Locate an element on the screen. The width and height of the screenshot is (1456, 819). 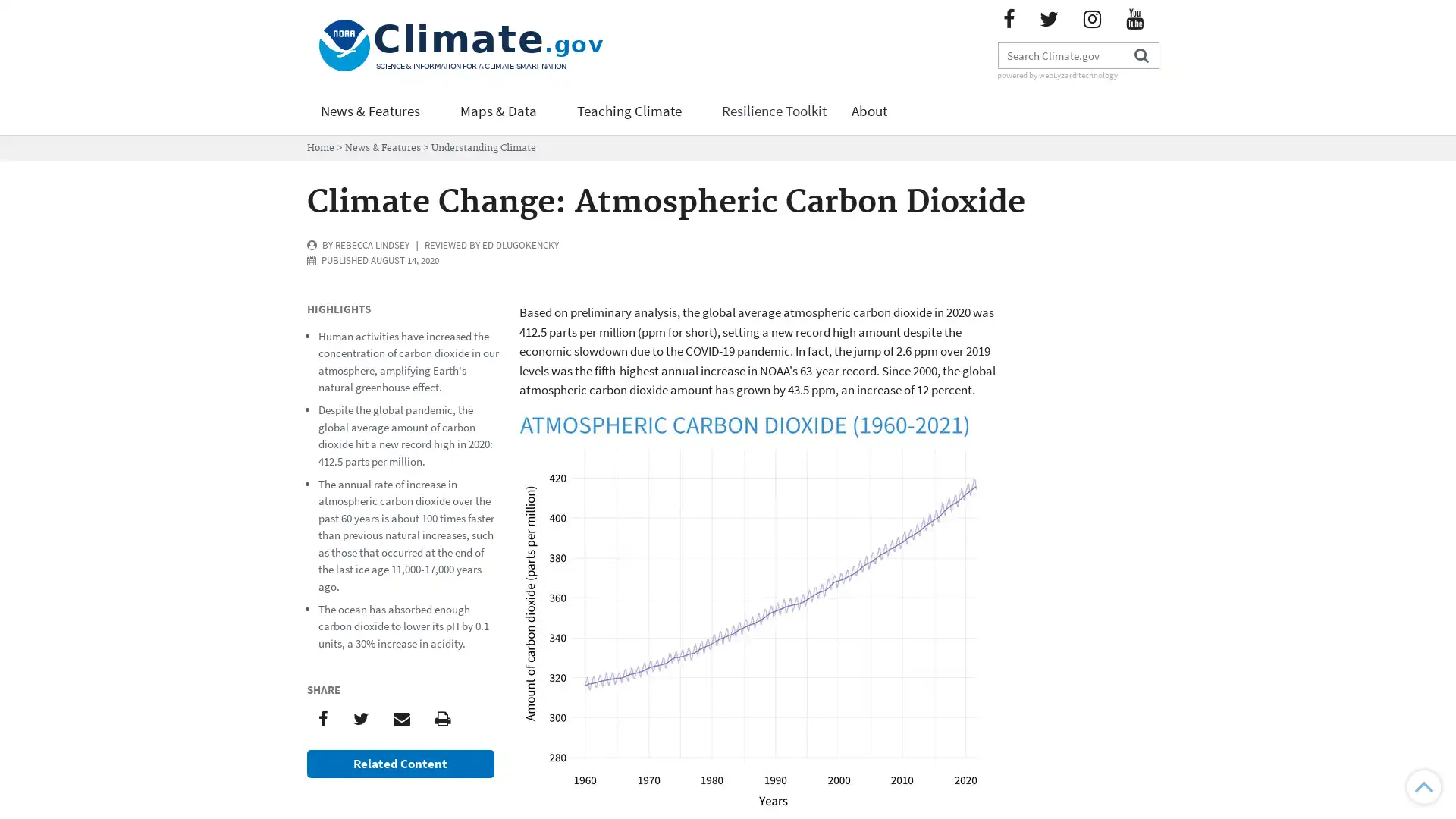
Teaching Climate is located at coordinates (637, 111).